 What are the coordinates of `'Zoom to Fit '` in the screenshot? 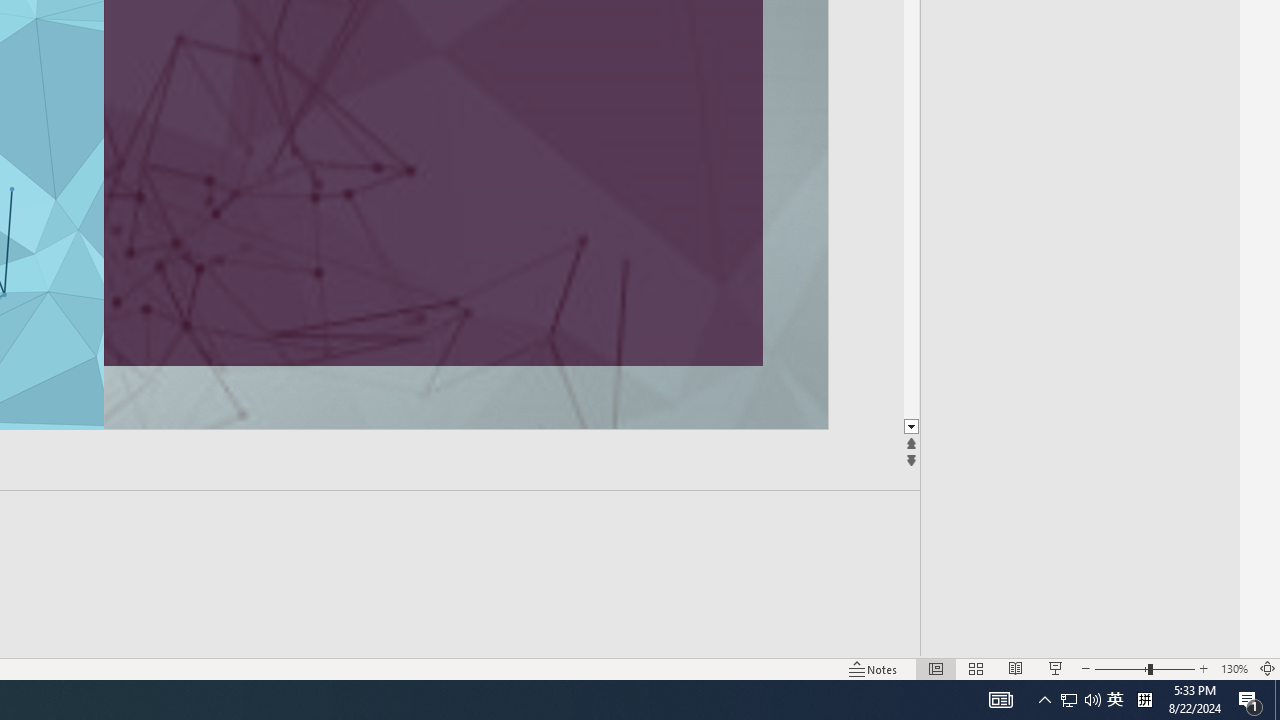 It's located at (1266, 669).